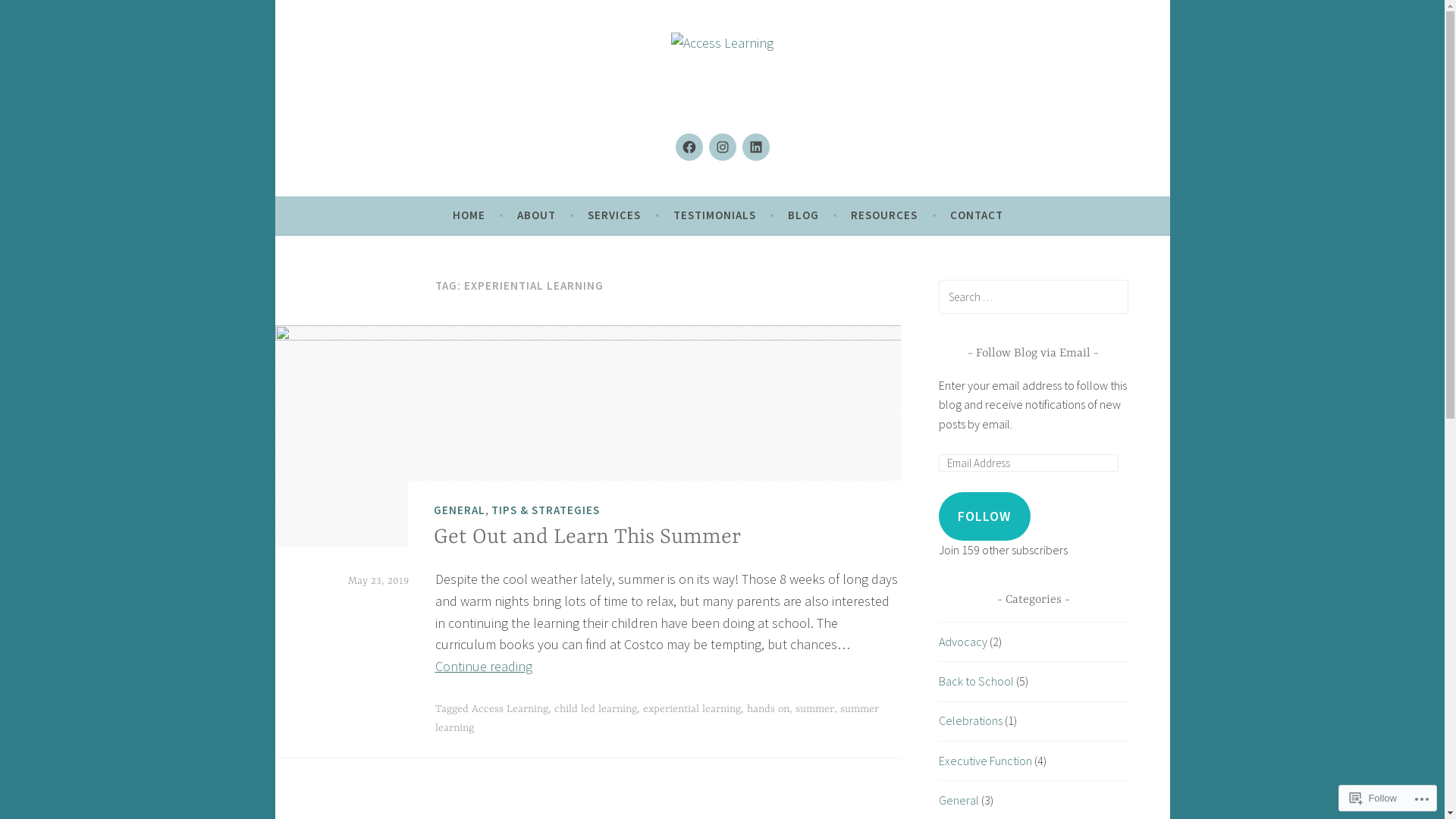 Image resolution: width=1456 pixels, height=819 pixels. I want to click on 'Continue reading', so click(483, 665).